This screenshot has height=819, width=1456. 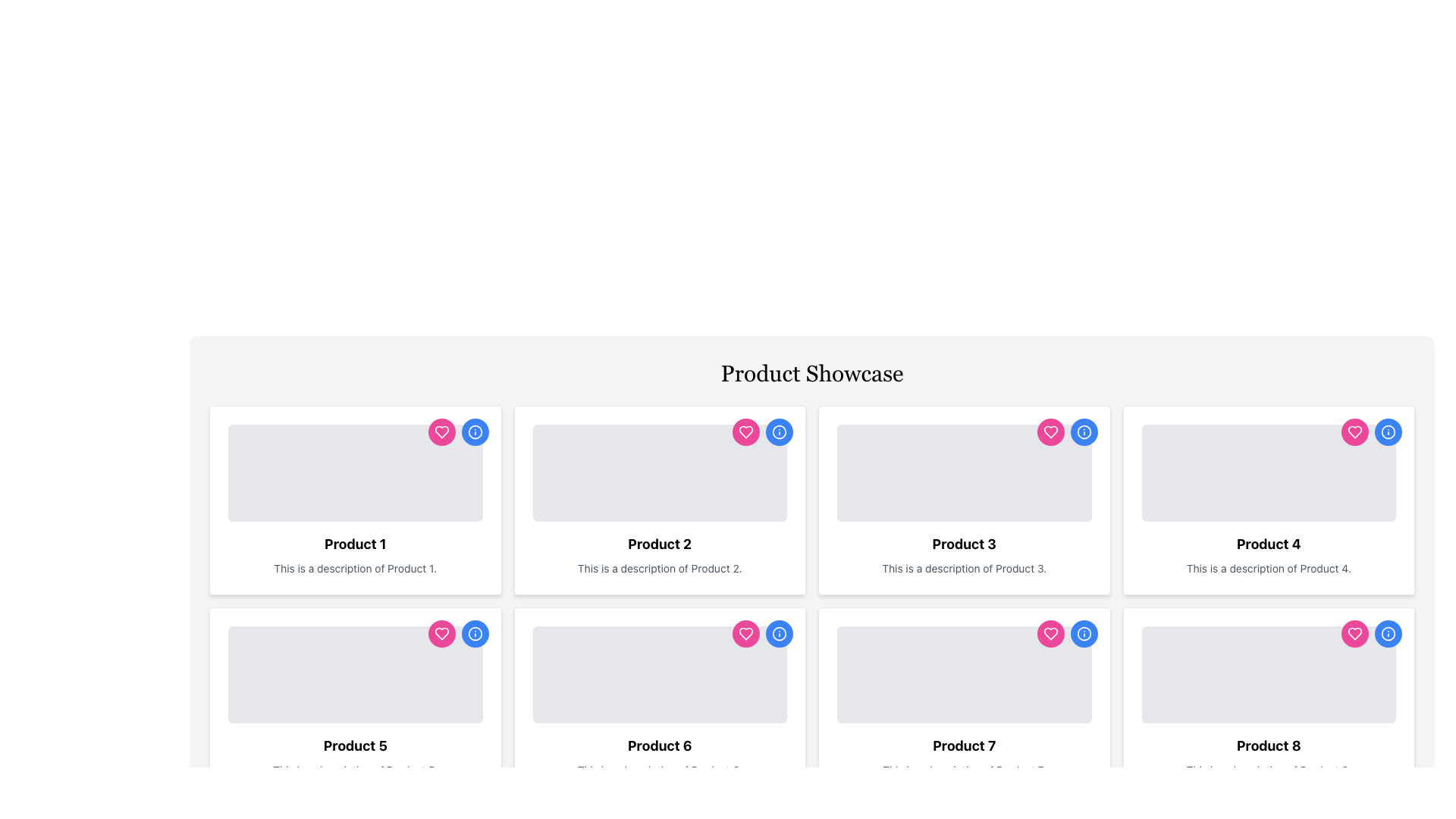 I want to click on the 'like' button located in the top-right corner of the fourth product card to express a preference for the associated product, so click(x=1354, y=432).